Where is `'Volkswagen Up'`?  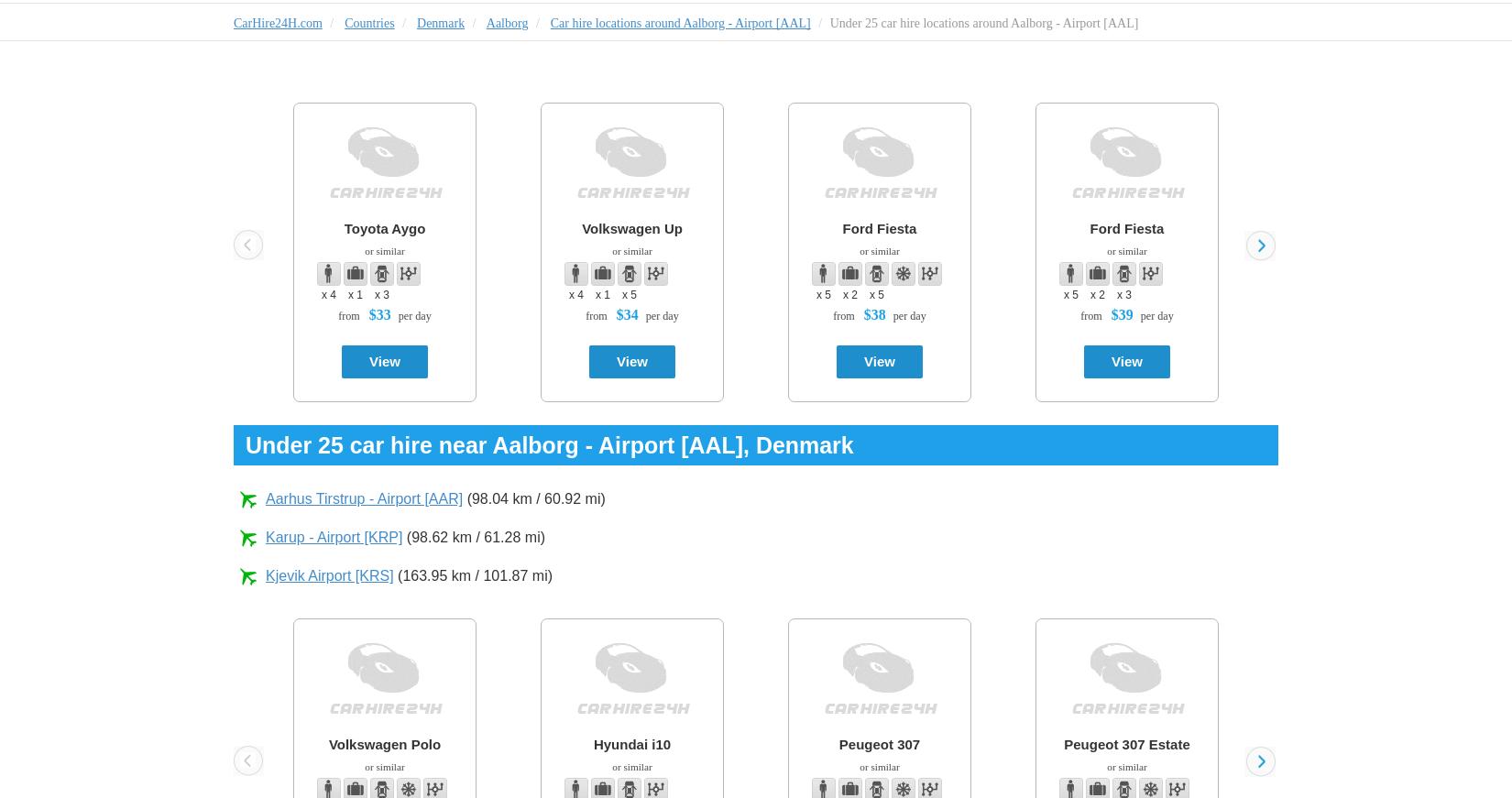 'Volkswagen Up' is located at coordinates (580, 228).